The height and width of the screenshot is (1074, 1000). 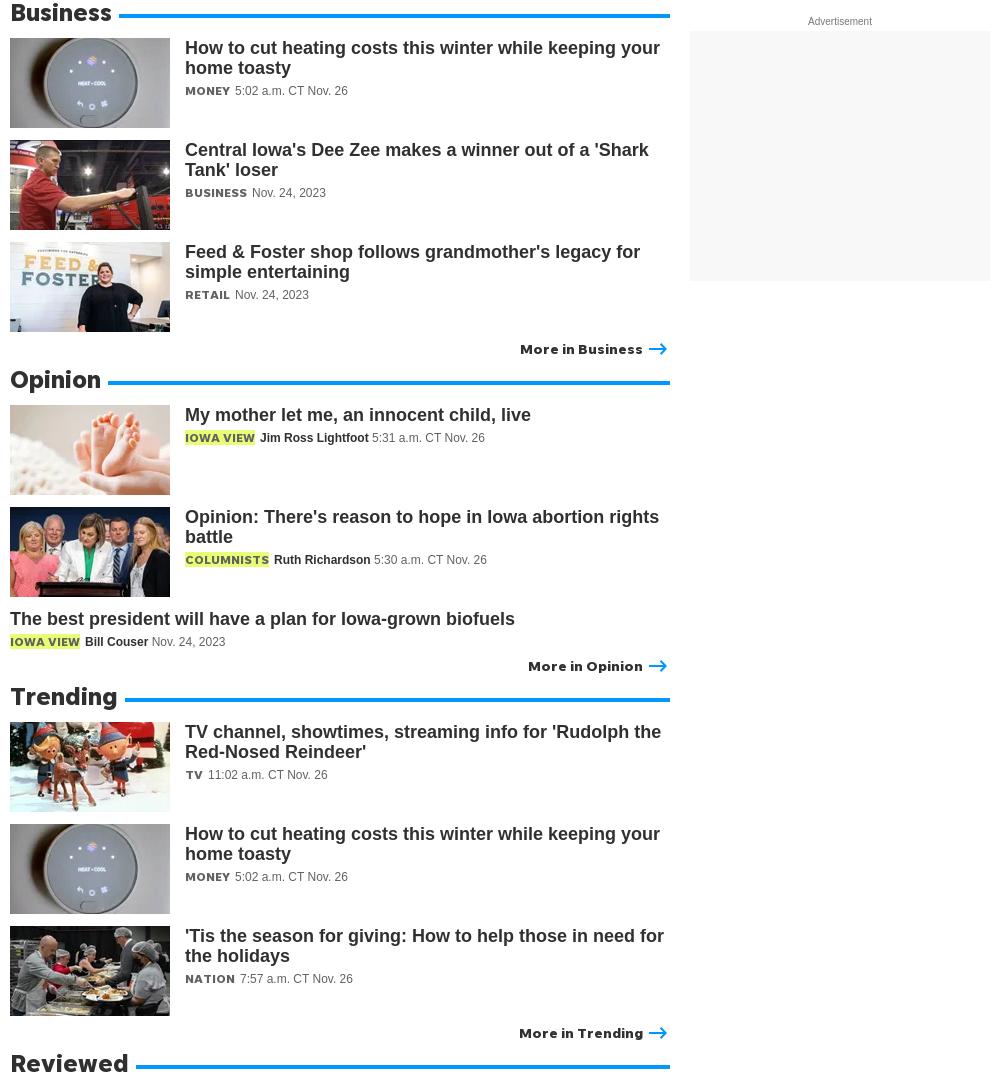 What do you see at coordinates (412, 260) in the screenshot?
I see `'Feed & Foster shop follows grandmother's legacy for simple entertaining'` at bounding box center [412, 260].